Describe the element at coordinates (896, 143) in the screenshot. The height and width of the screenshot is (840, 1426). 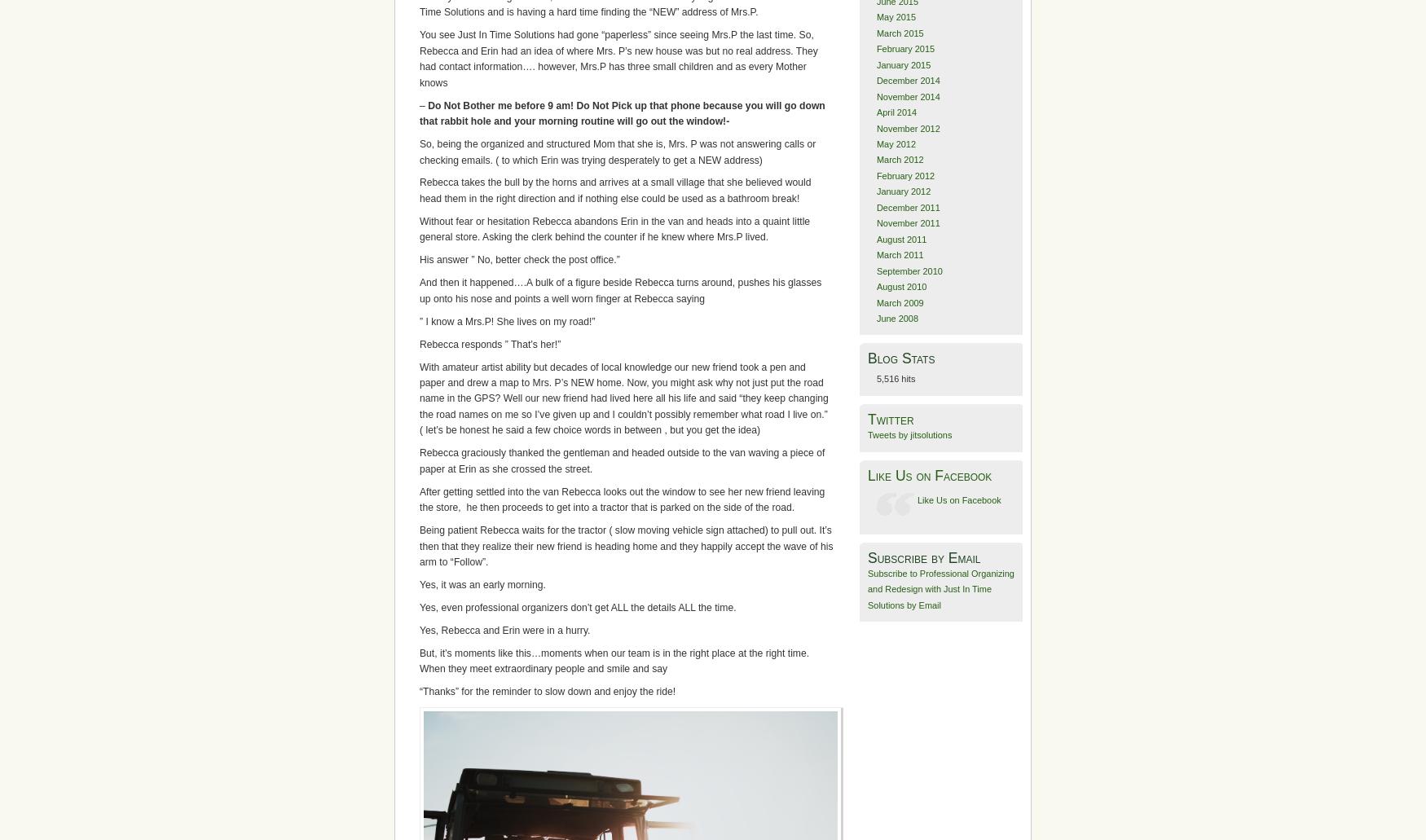
I see `'May 2012'` at that location.